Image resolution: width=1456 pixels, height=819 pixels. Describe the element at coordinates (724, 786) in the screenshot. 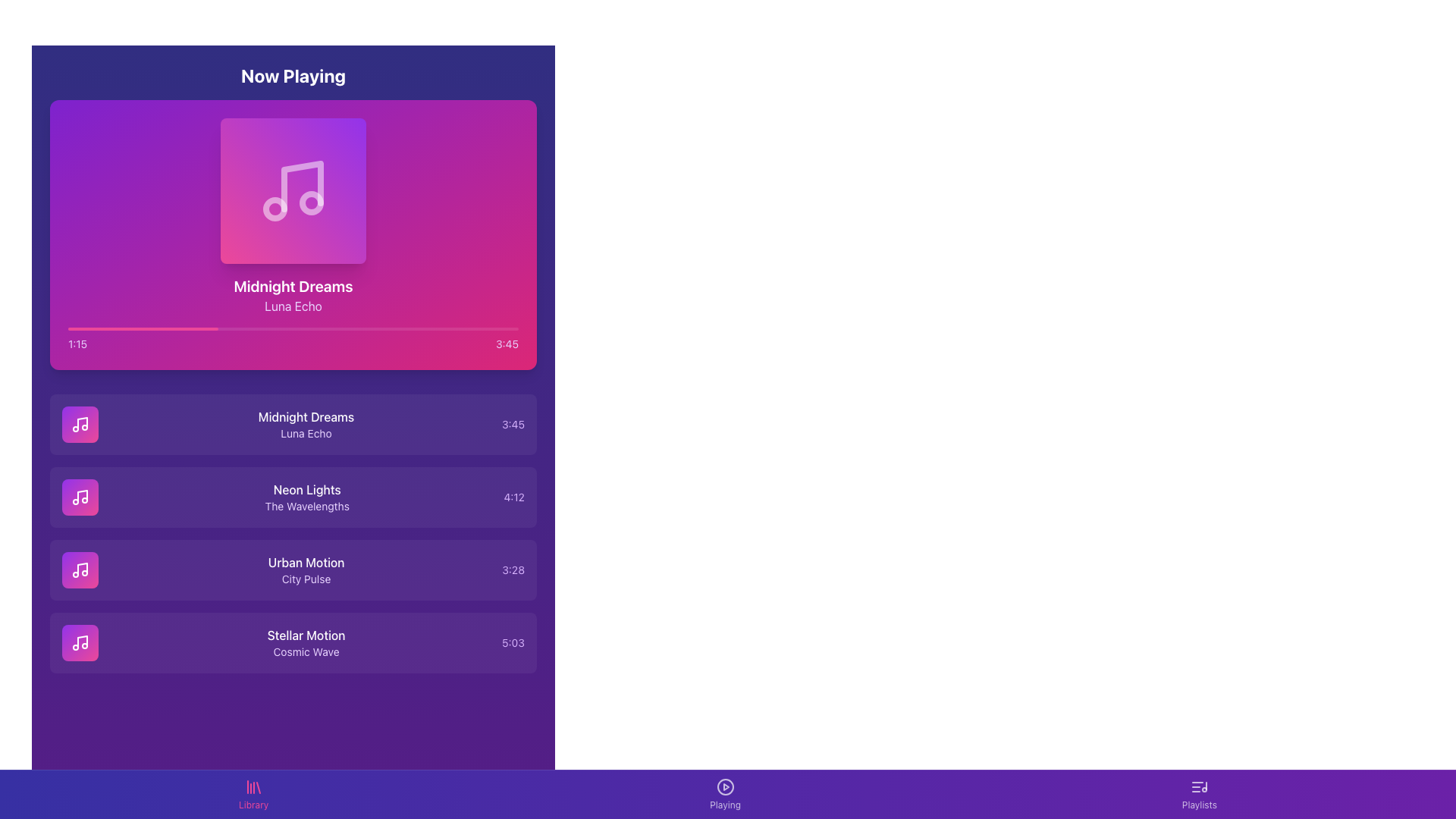

I see `the Circle SVG element within the play button icon located in the bottom navigation bar, which represents the 'Playing' feature` at that location.